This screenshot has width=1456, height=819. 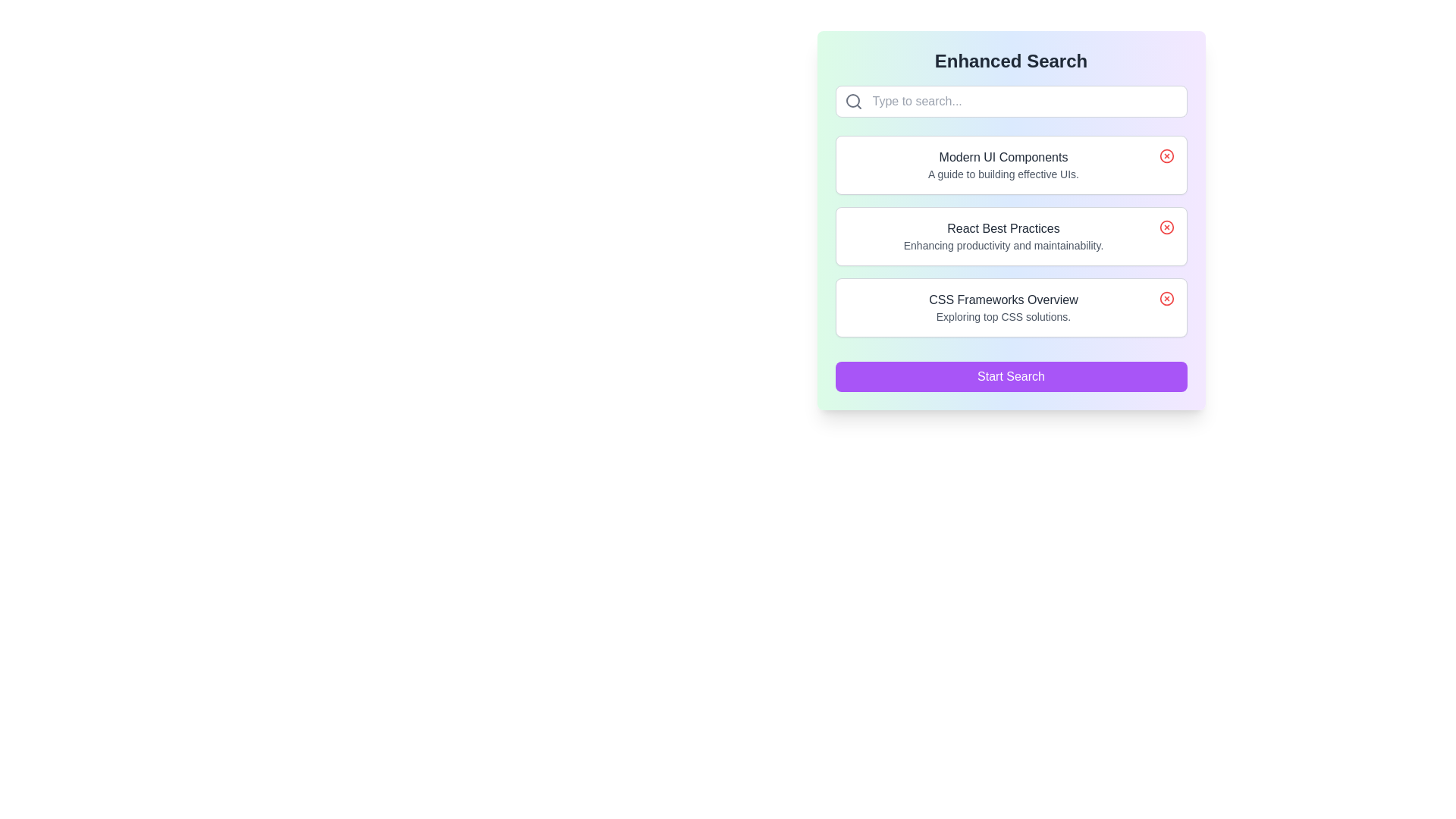 What do you see at coordinates (1003, 300) in the screenshot?
I see `any interactive components located near the text label displaying 'CSS Frameworks Overview', which is positioned in the lower middle section of the interface` at bounding box center [1003, 300].